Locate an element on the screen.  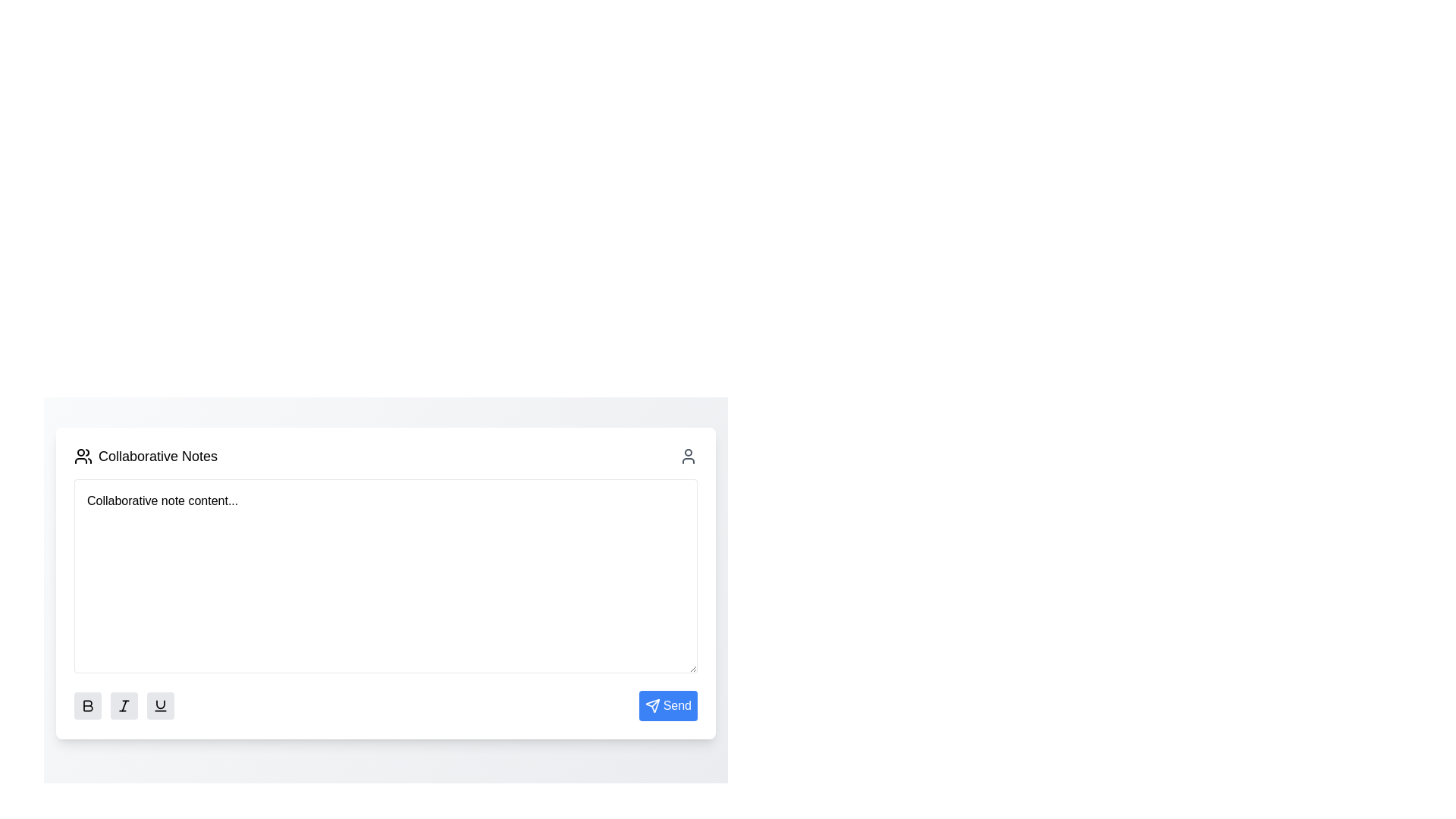
the bold letter B icon is located at coordinates (87, 705).